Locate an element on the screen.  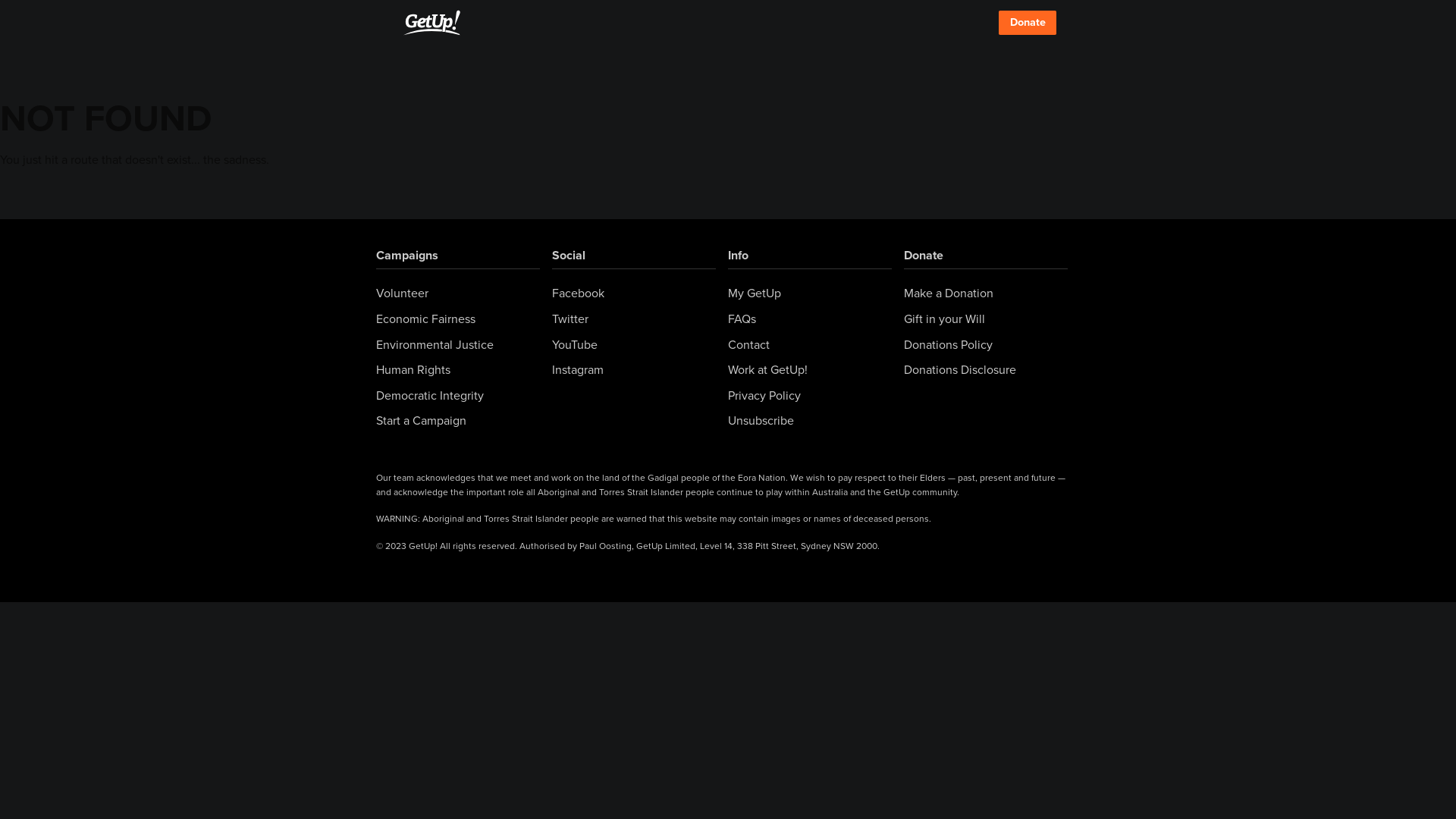
'FAQs' is located at coordinates (742, 318).